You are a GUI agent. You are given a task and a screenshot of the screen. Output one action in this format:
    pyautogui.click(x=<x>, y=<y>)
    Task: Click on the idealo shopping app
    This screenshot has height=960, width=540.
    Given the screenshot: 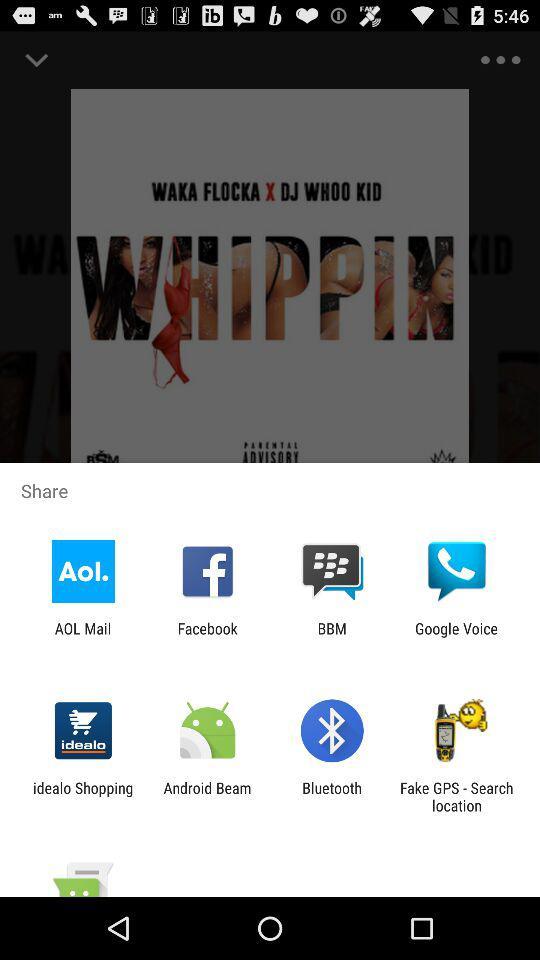 What is the action you would take?
    pyautogui.click(x=82, y=796)
    